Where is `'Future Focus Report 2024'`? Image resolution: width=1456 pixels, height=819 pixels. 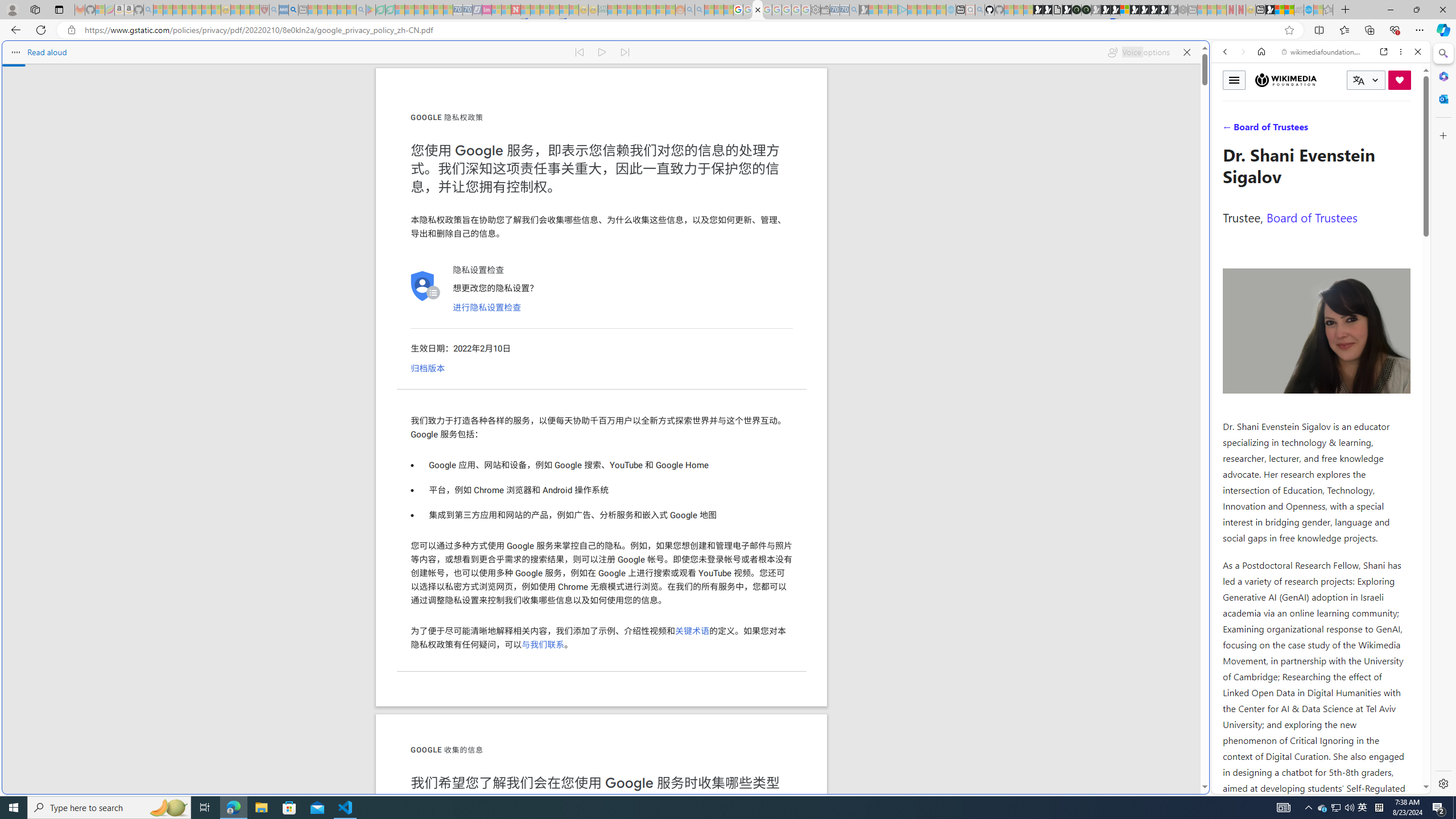 'Future Focus Report 2024' is located at coordinates (1085, 9).